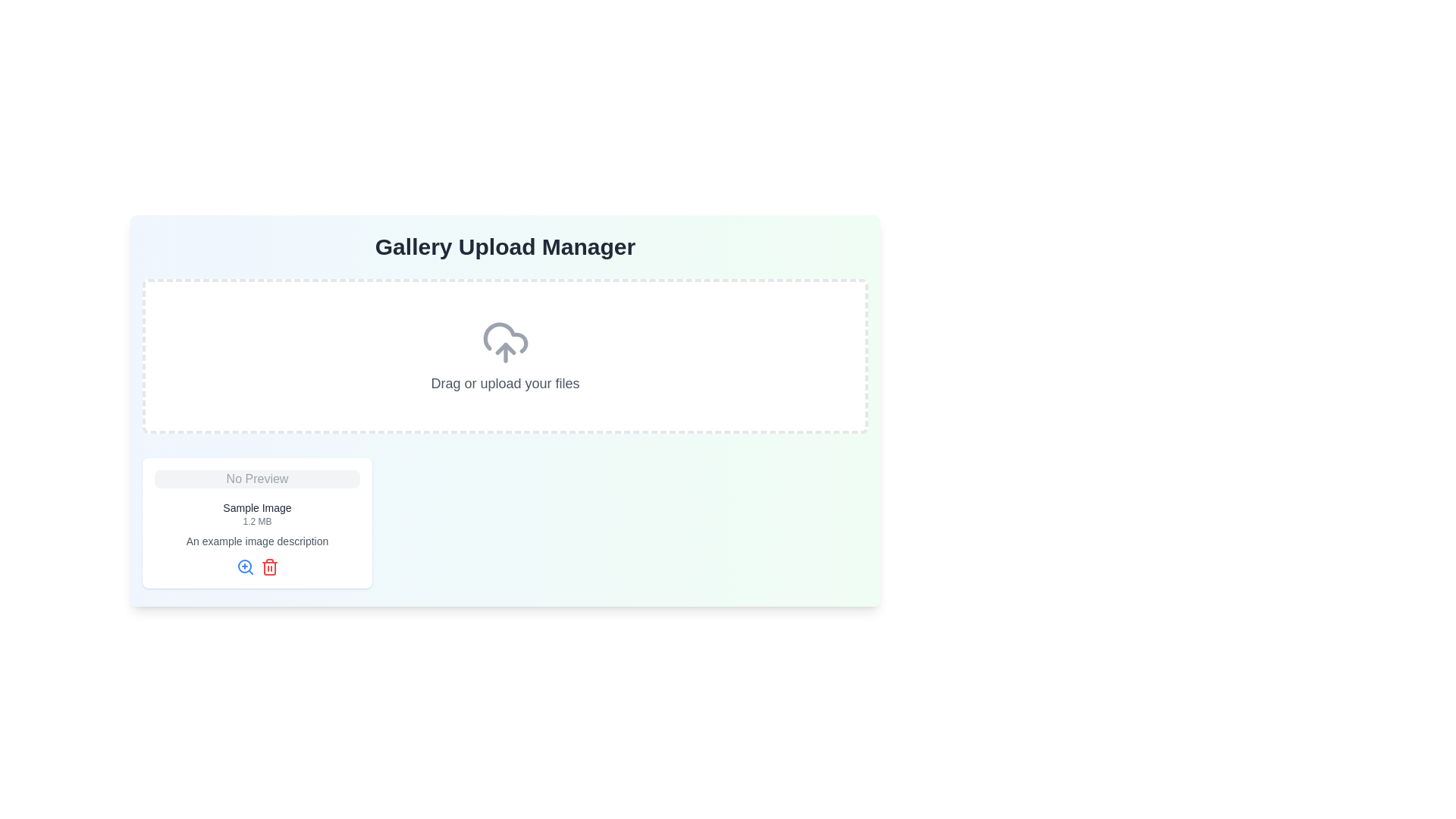 The height and width of the screenshot is (819, 1456). Describe the element at coordinates (257, 479) in the screenshot. I see `the gray rectangular image placeholder element that contains the text 'No Preview', located at the top of the card preceding the title 'Sample Image'` at that location.